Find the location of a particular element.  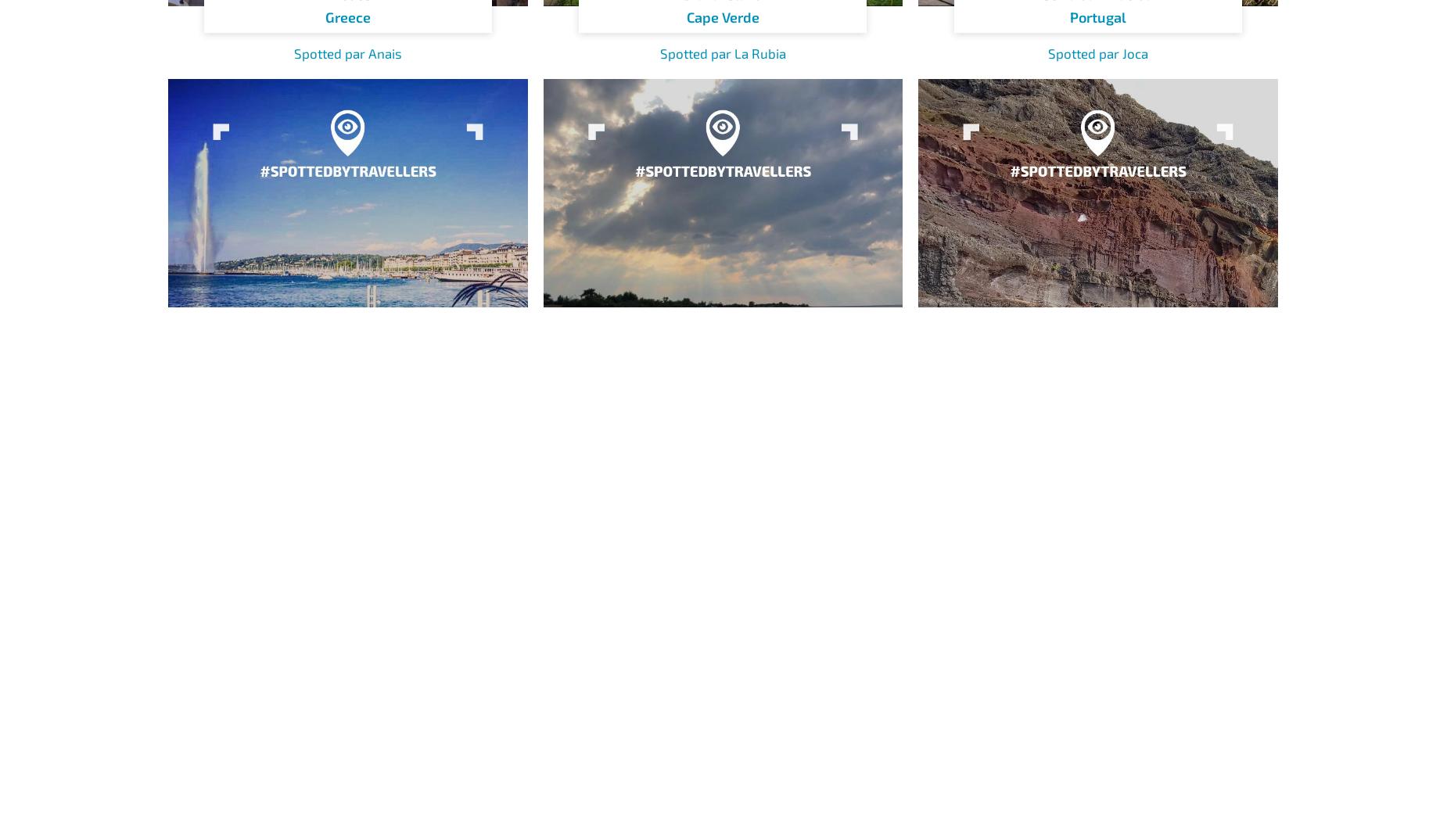

'Spotted par La Rubia' is located at coordinates (722, 52).